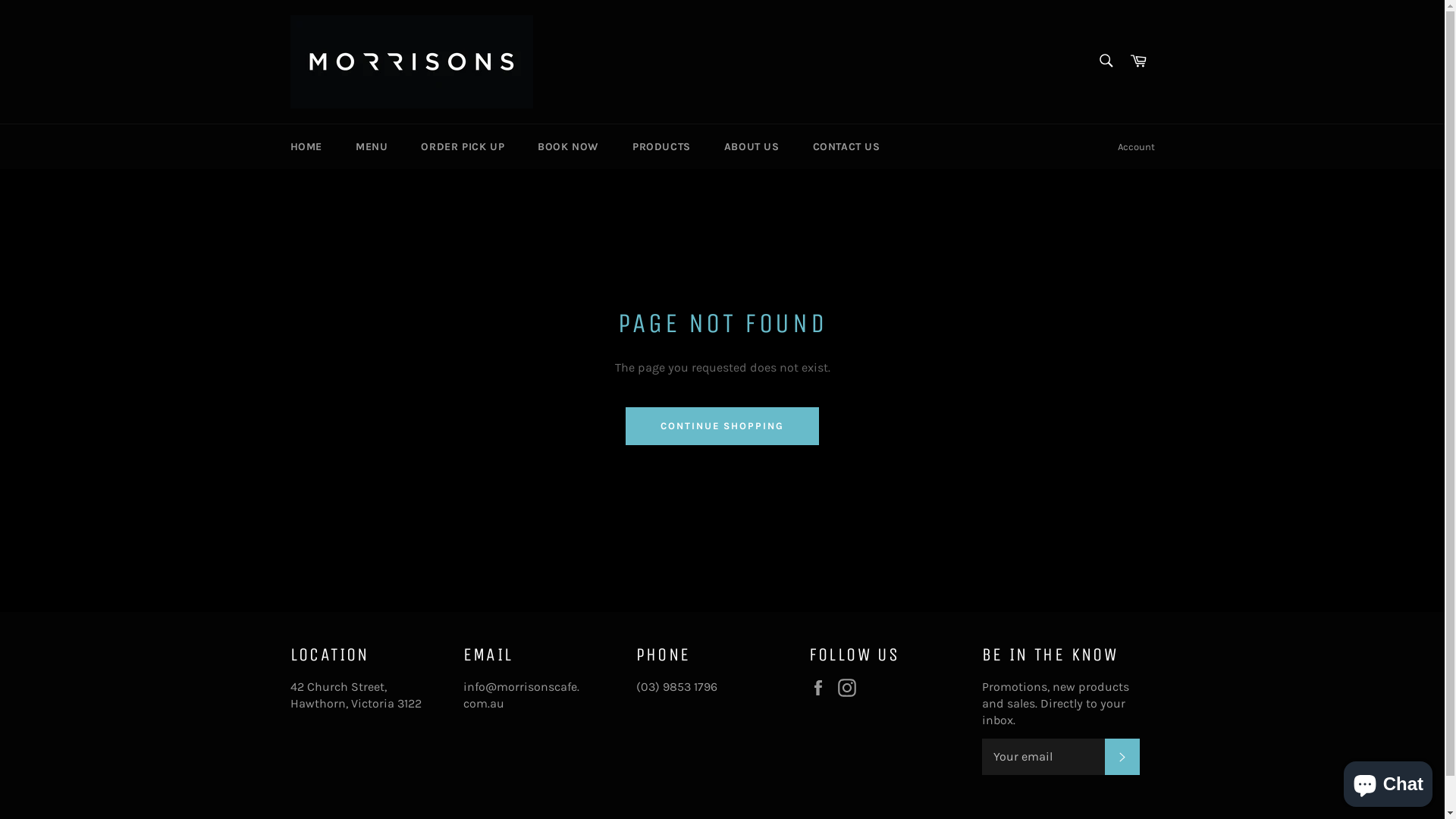  Describe the element at coordinates (371, 146) in the screenshot. I see `'MENU'` at that location.